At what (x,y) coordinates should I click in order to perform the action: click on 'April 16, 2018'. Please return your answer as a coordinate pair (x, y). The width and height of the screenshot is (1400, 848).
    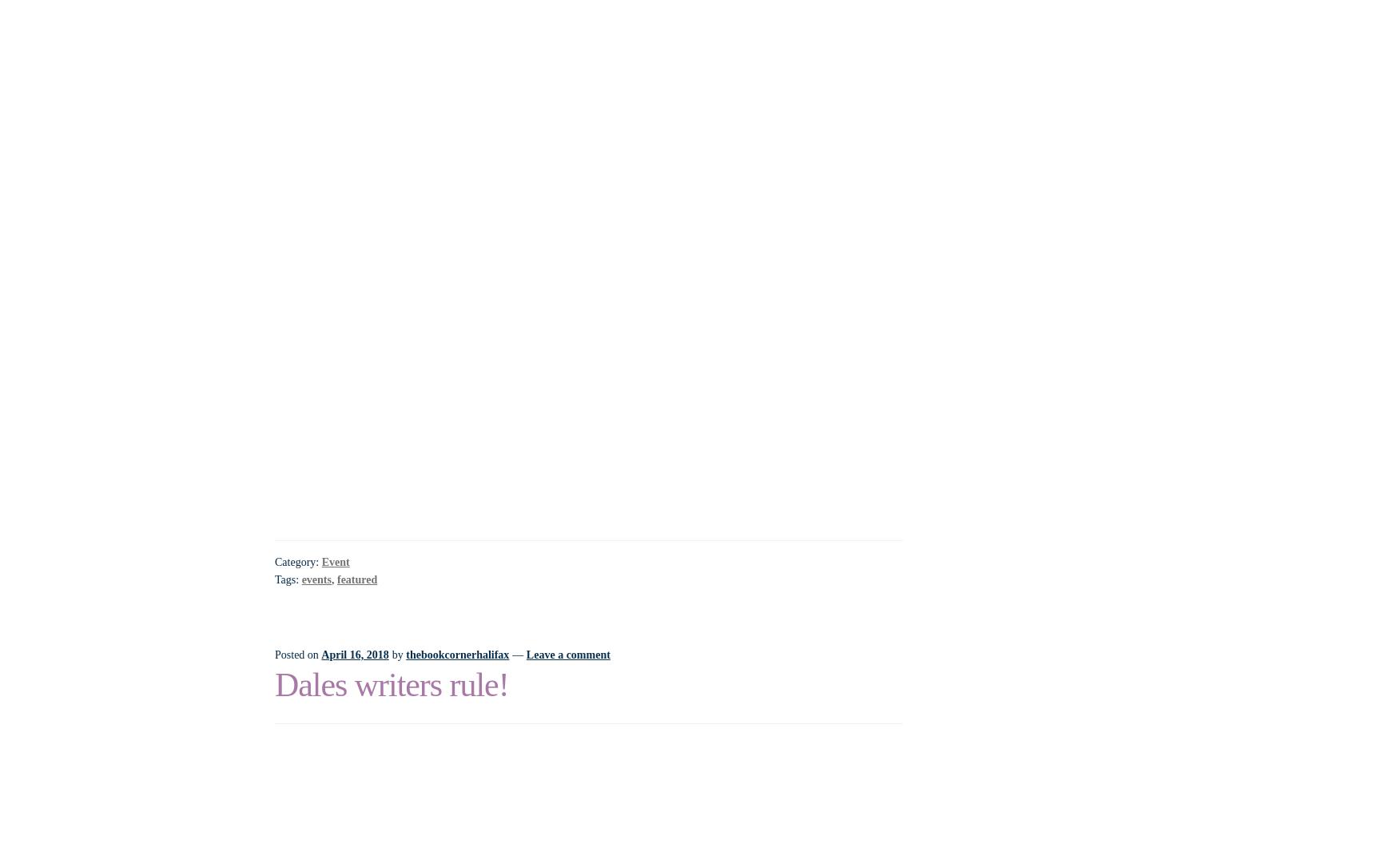
    Looking at the image, I should click on (354, 654).